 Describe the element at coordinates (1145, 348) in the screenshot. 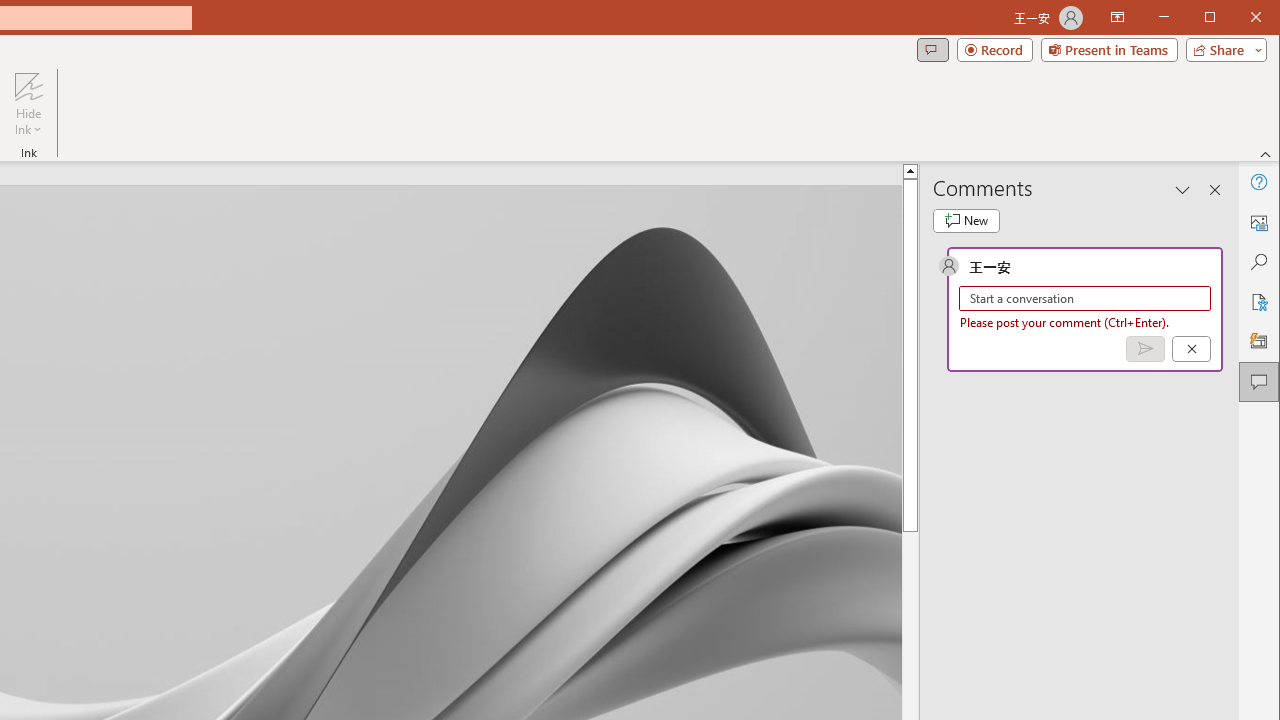

I see `'Post comment (Ctrl + Enter)'` at that location.